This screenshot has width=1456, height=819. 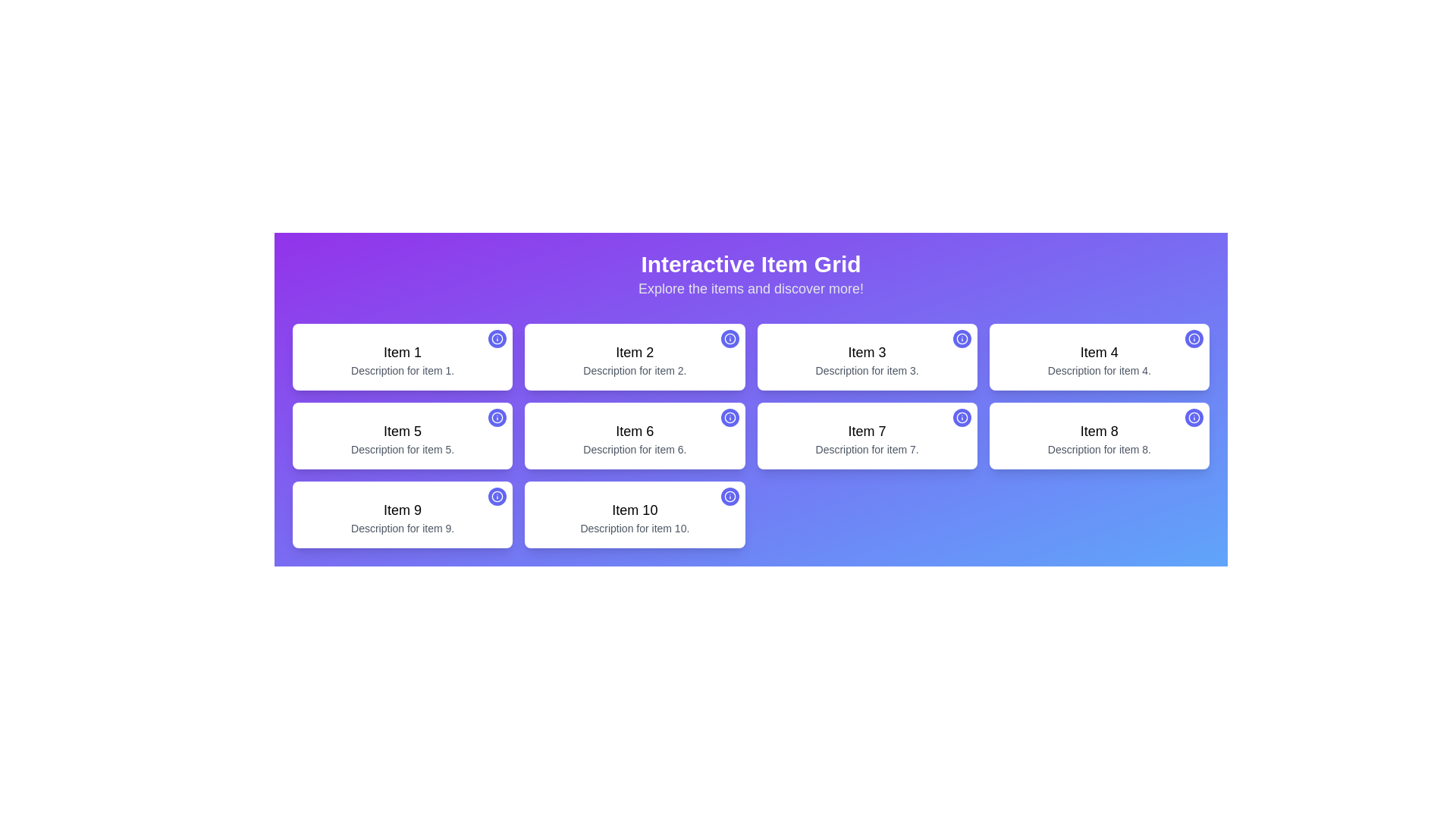 What do you see at coordinates (403, 353) in the screenshot?
I see `text label 'Item 1' which is prominently displayed in a larger font within the top-left card of a 3x4 grid layout` at bounding box center [403, 353].